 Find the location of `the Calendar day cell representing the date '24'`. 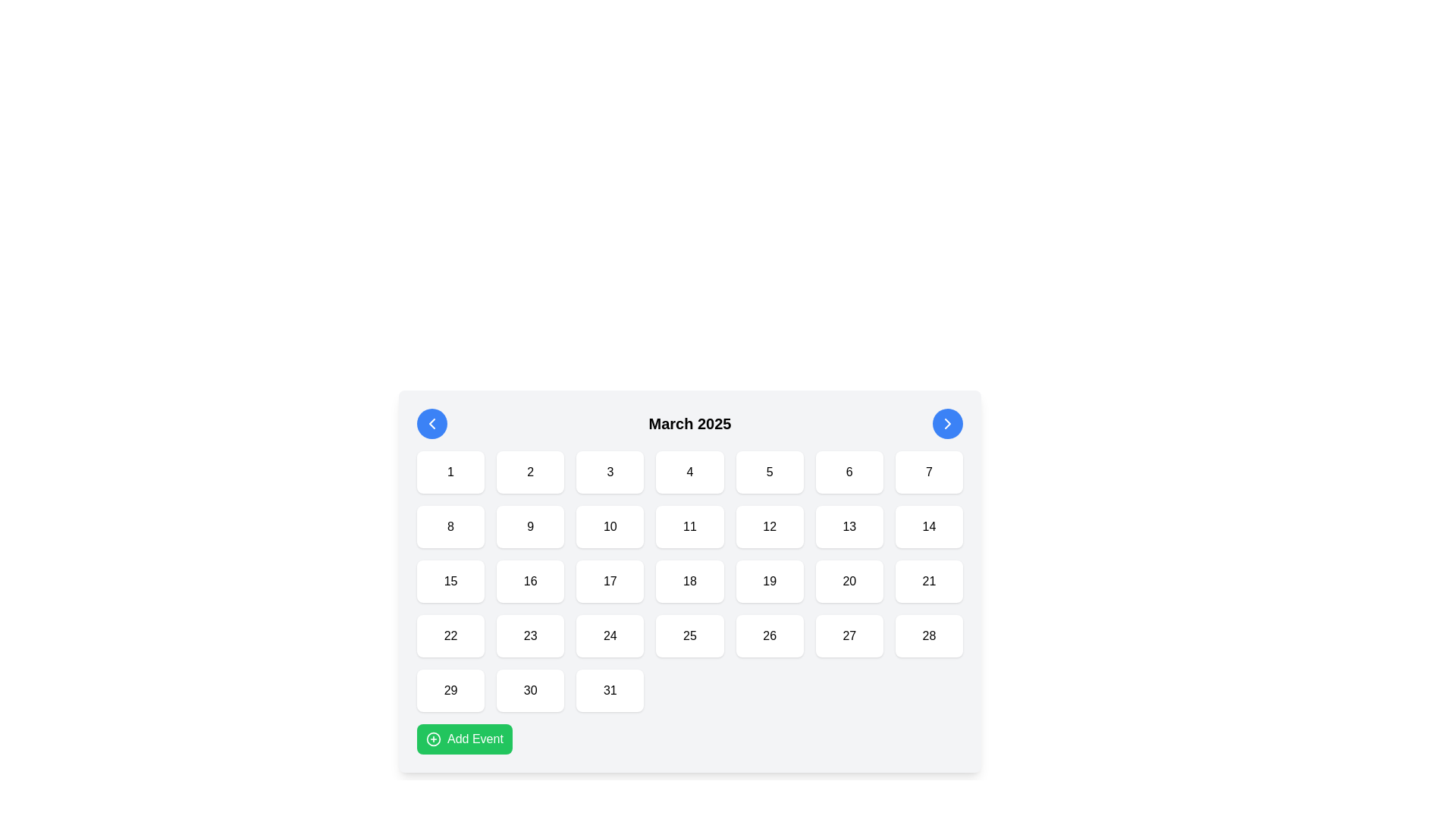

the Calendar day cell representing the date '24' is located at coordinates (610, 636).